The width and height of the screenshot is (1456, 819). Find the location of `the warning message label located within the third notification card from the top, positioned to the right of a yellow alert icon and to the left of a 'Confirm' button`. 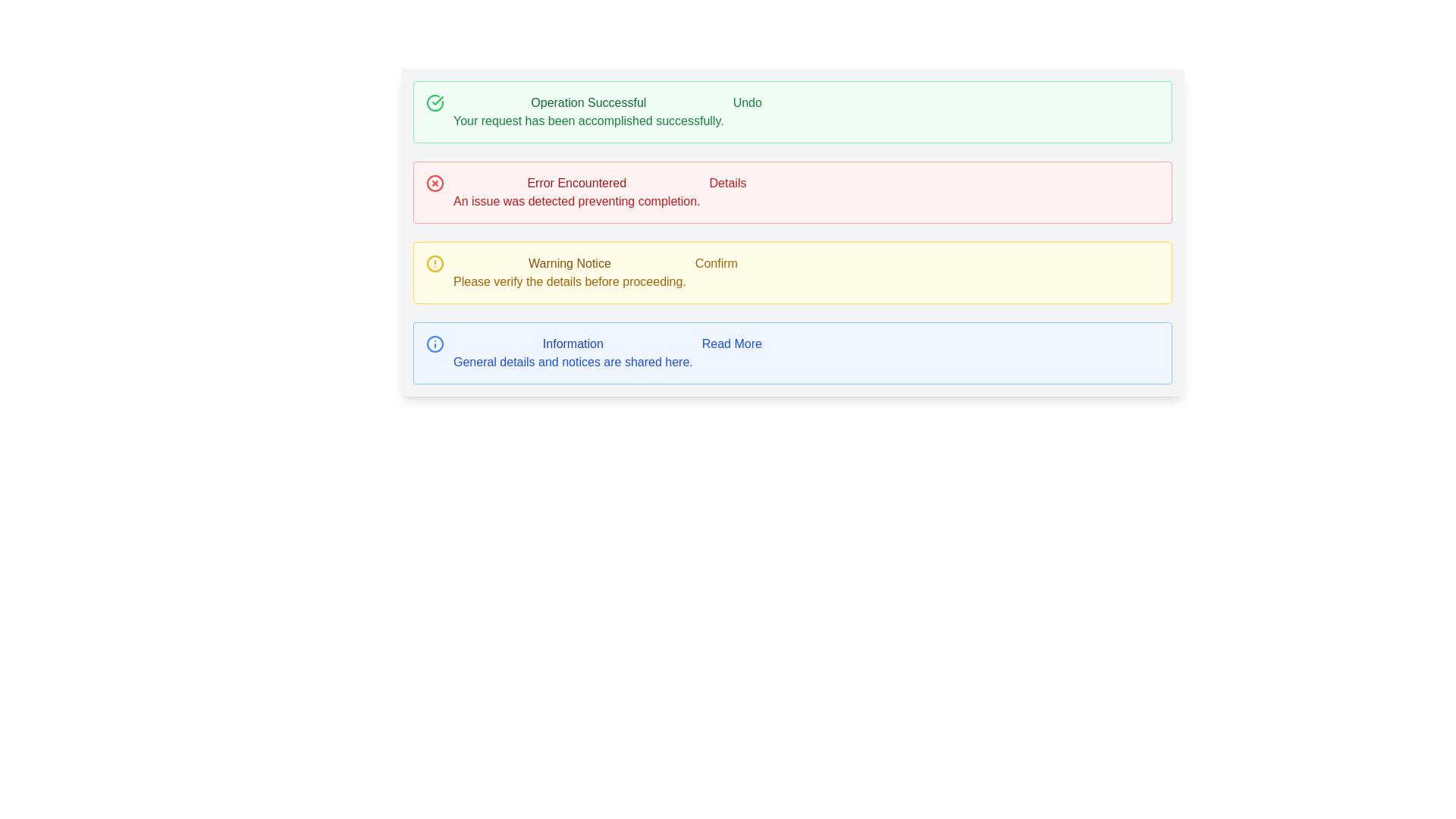

the warning message label located within the third notification card from the top, positioned to the right of a yellow alert icon and to the left of a 'Confirm' button is located at coordinates (569, 271).